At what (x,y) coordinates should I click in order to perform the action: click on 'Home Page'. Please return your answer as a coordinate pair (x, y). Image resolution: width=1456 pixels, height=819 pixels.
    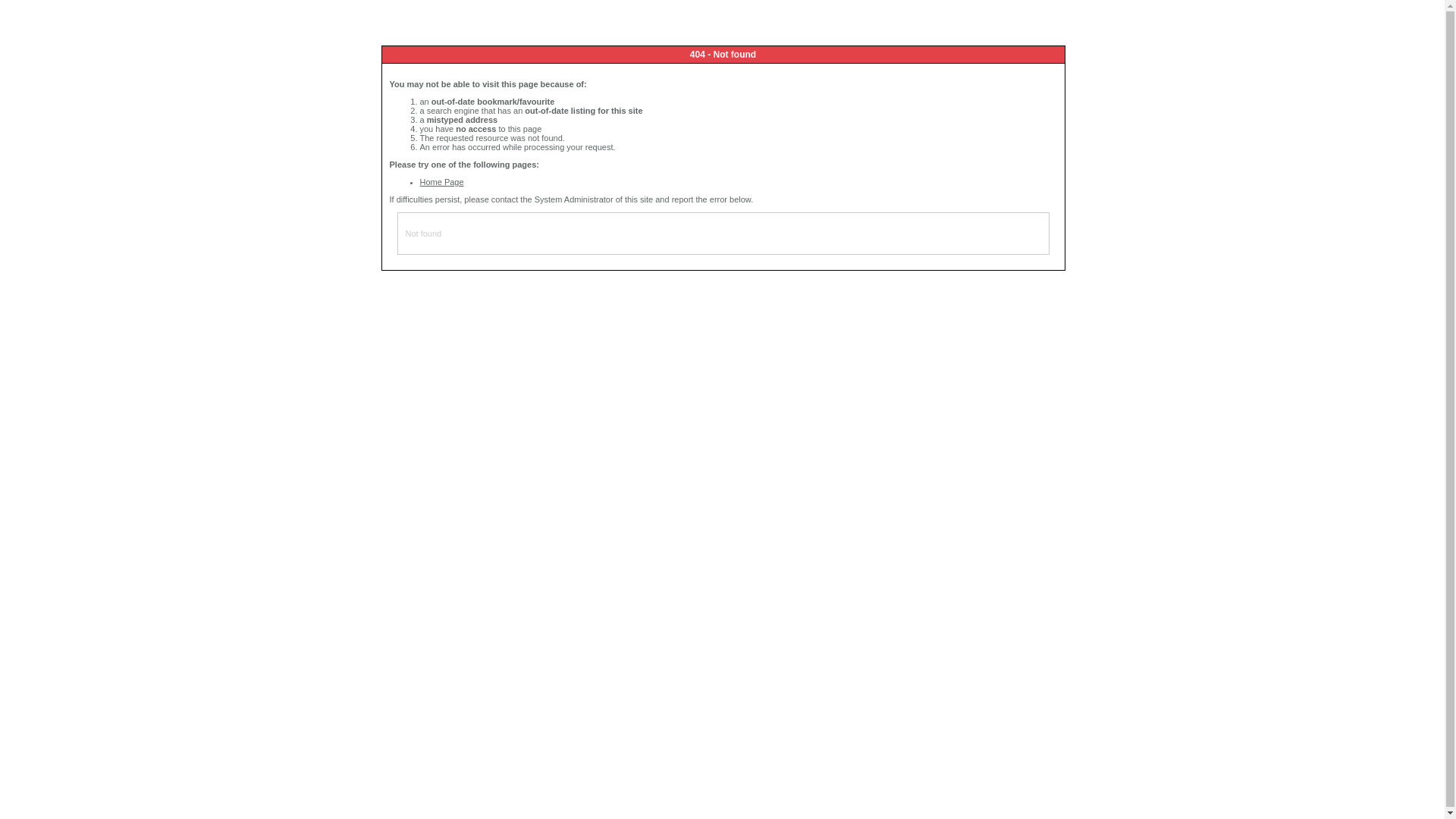
    Looking at the image, I should click on (441, 180).